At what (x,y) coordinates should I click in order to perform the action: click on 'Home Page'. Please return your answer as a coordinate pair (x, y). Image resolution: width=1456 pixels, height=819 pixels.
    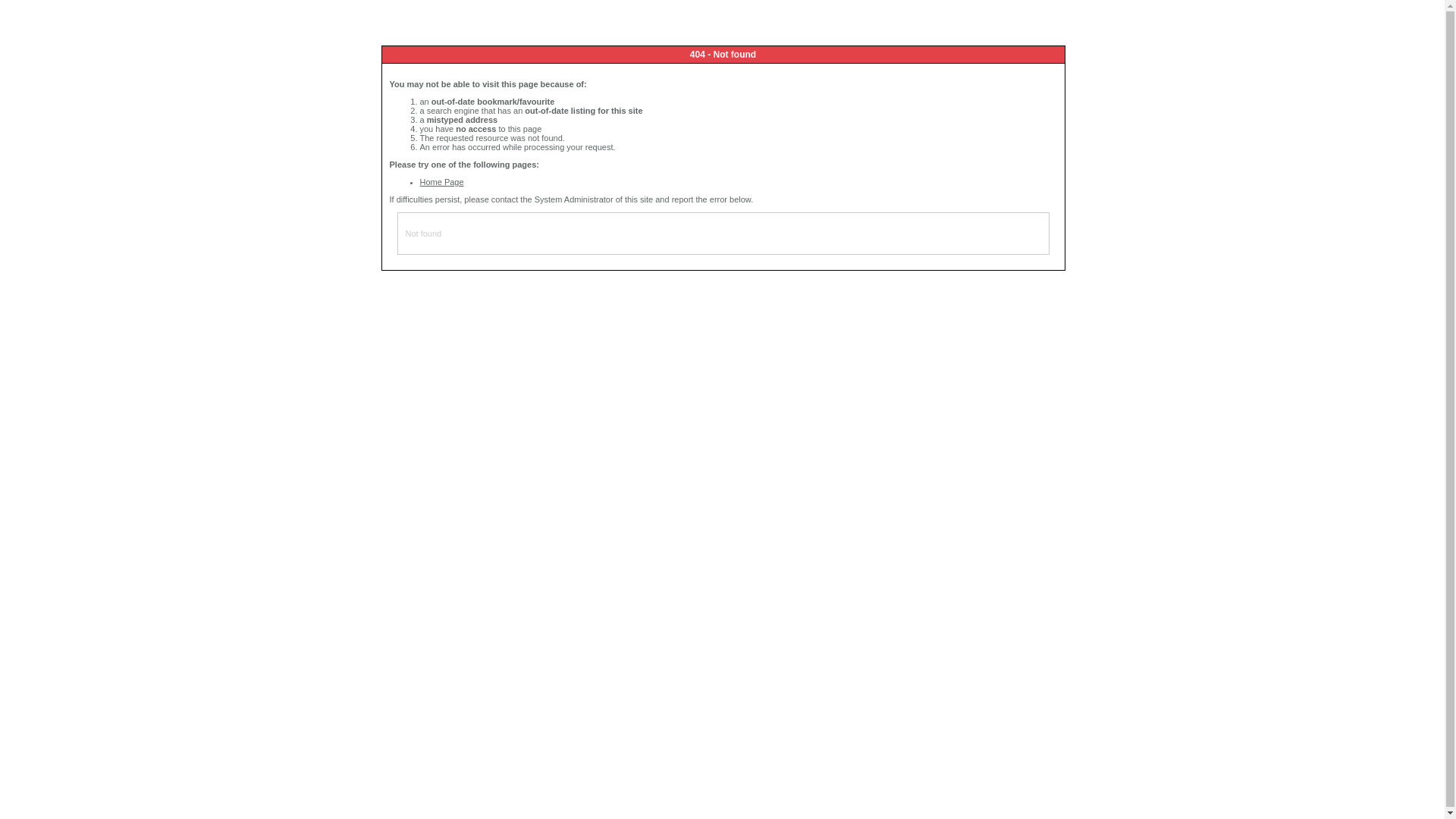
    Looking at the image, I should click on (441, 180).